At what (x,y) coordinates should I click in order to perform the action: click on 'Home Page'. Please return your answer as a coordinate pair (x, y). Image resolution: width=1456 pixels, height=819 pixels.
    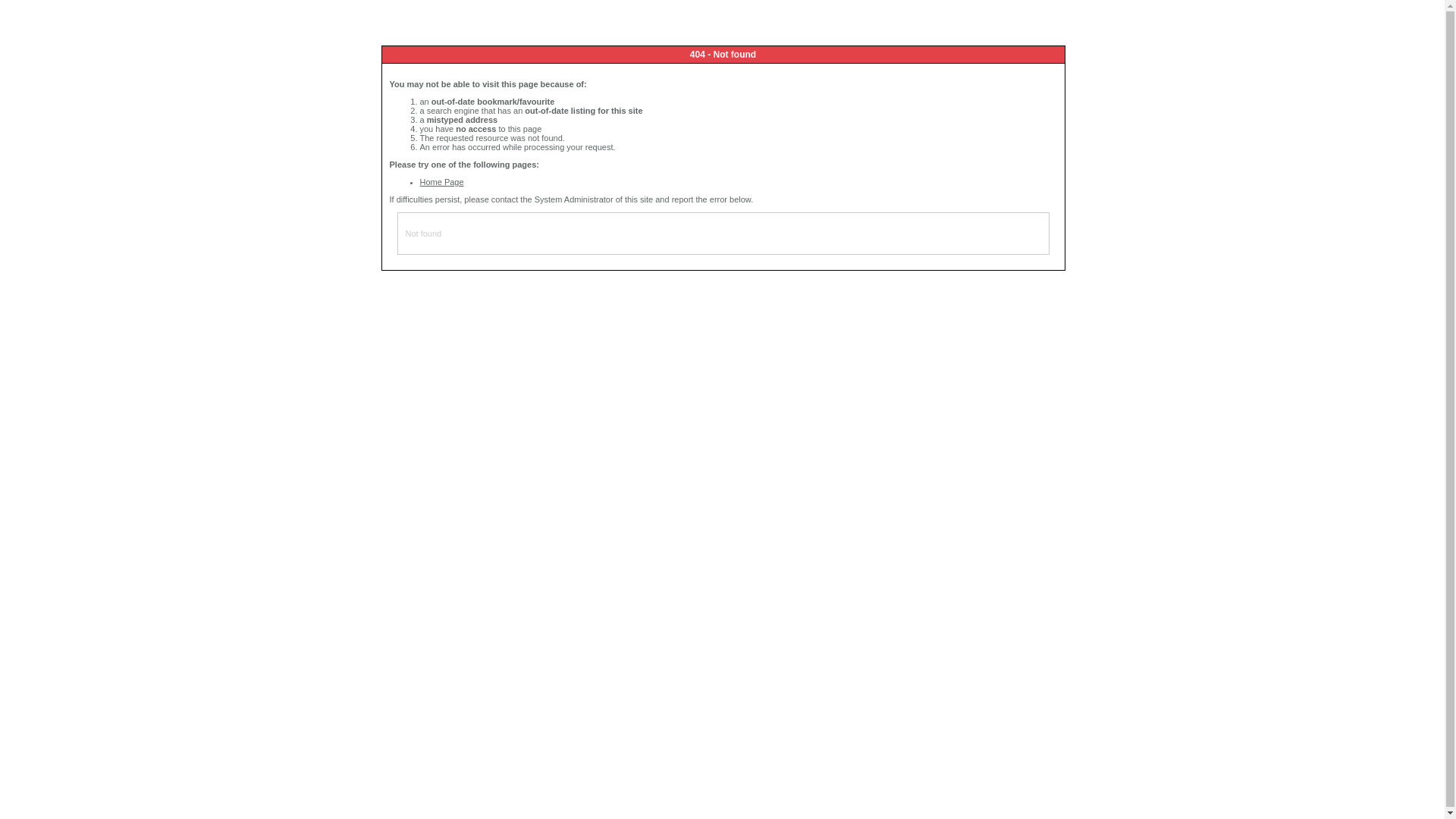
    Looking at the image, I should click on (441, 180).